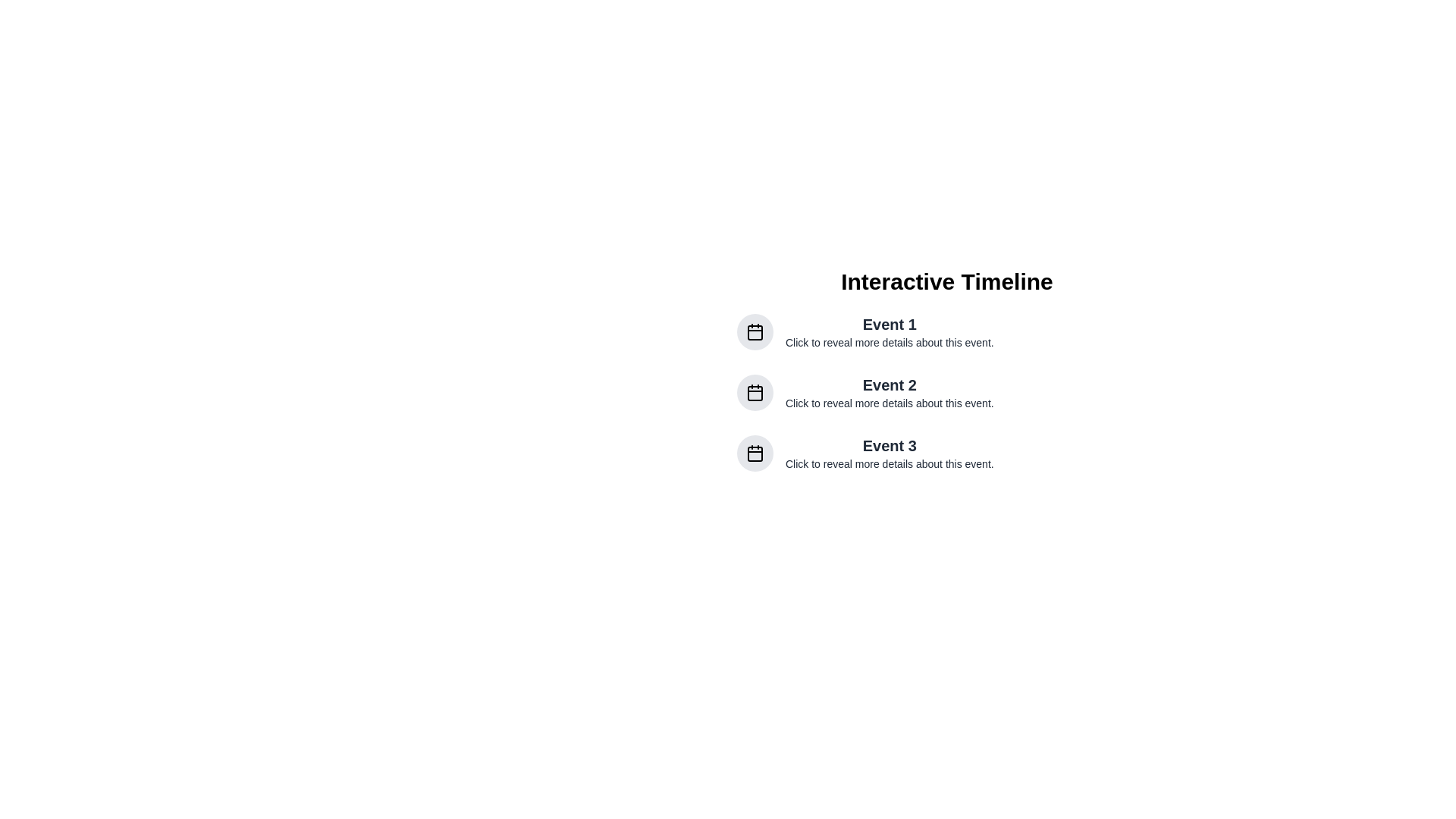 The image size is (1456, 819). I want to click on the instructional Text Label located directly beneath 'Event 1', which guides users to interact with the event item above it, so click(890, 342).